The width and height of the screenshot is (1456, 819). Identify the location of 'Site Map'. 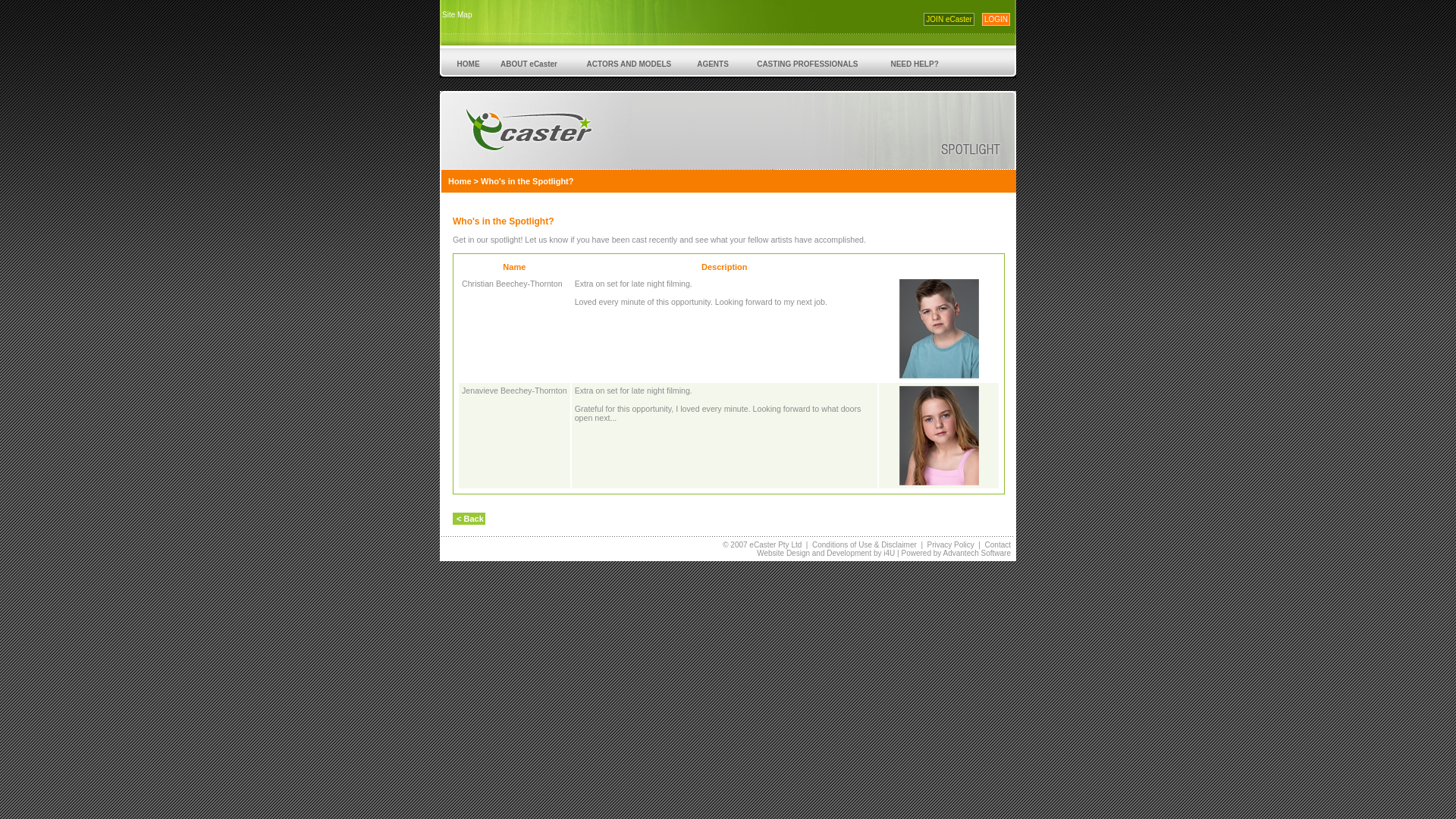
(456, 14).